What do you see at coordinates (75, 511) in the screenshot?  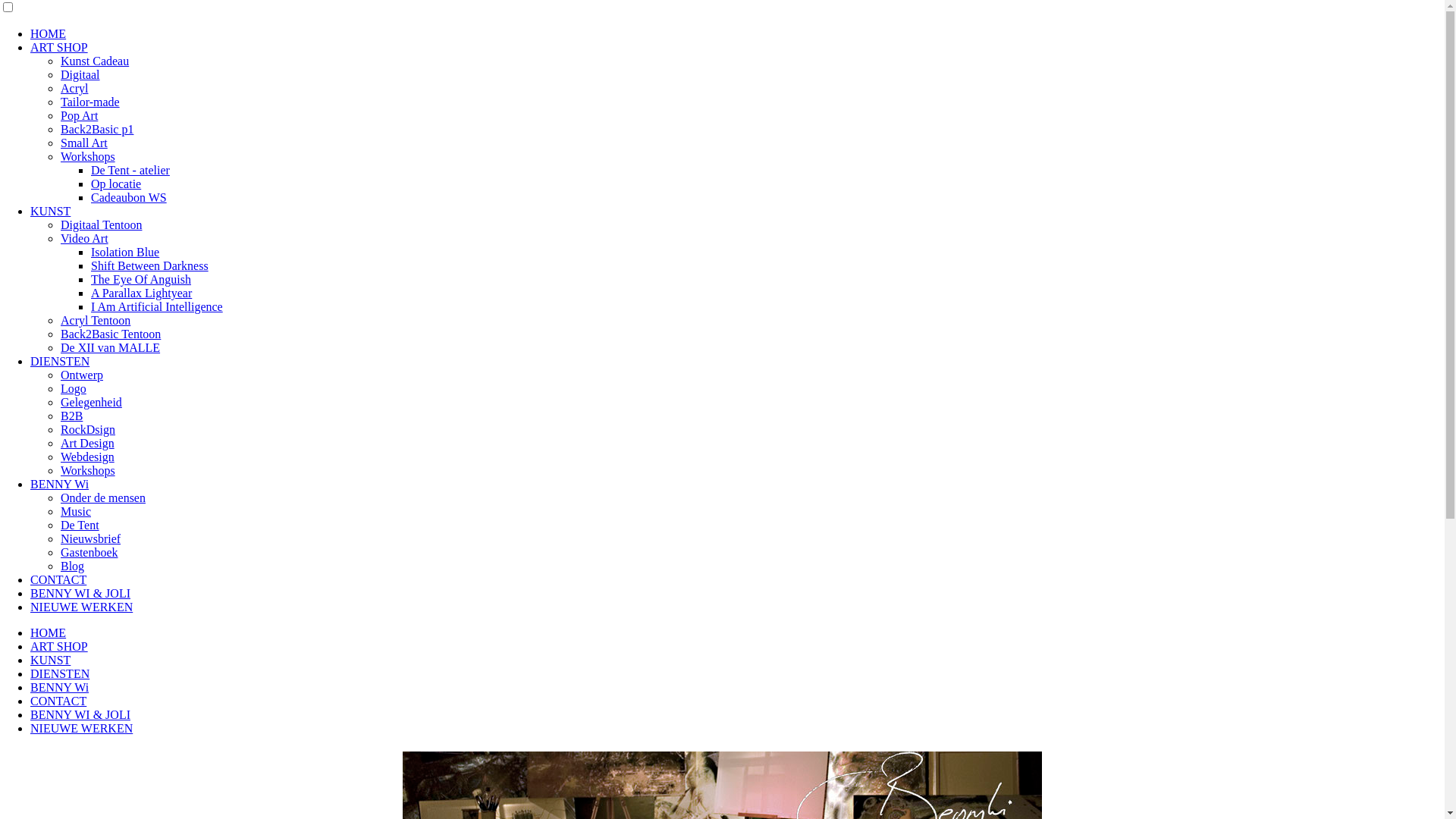 I see `'Music'` at bounding box center [75, 511].